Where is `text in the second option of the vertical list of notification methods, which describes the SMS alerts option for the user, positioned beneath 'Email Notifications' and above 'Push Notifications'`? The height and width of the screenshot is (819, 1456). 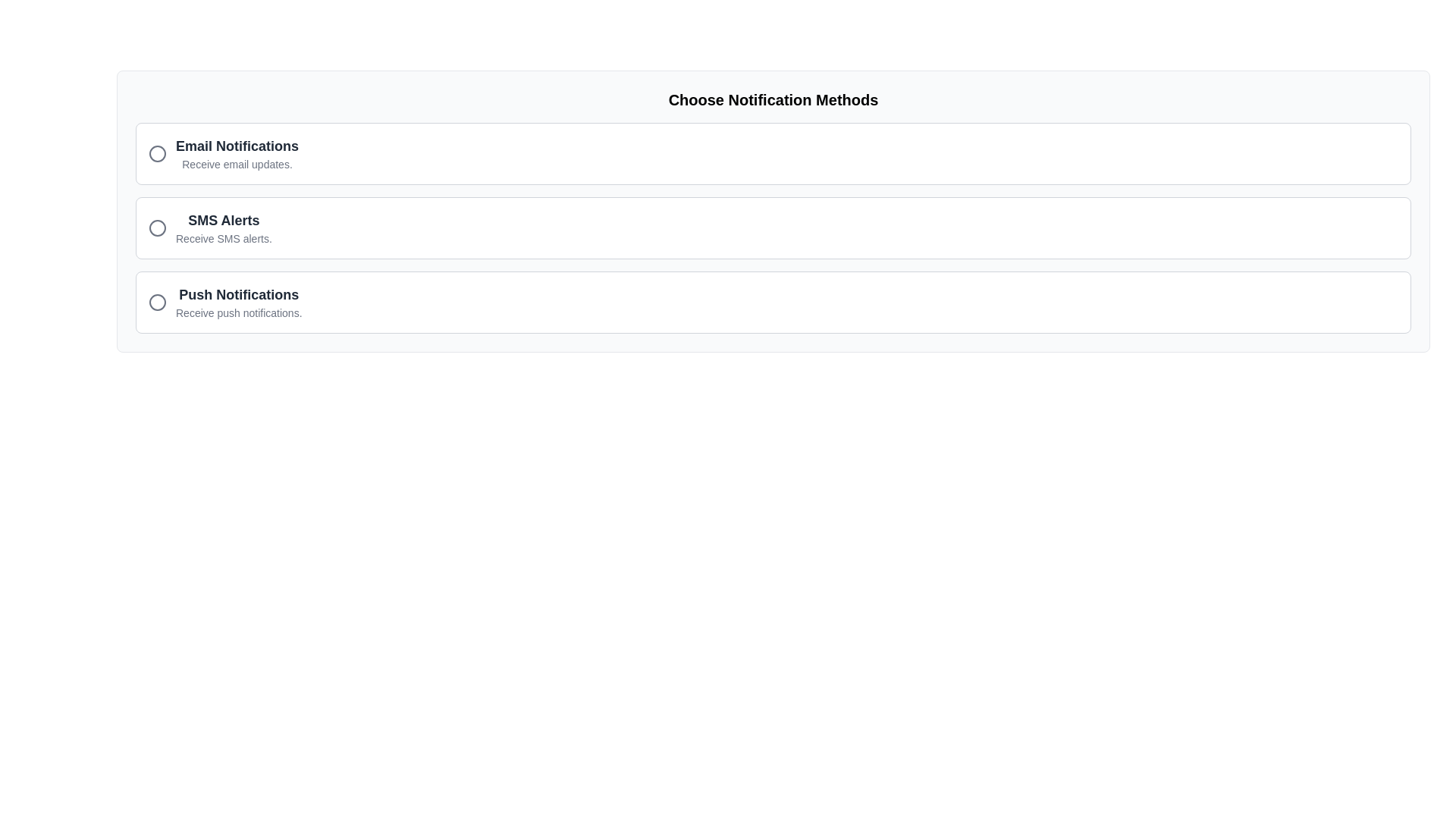
text in the second option of the vertical list of notification methods, which describes the SMS alerts option for the user, positioned beneath 'Email Notifications' and above 'Push Notifications' is located at coordinates (223, 227).